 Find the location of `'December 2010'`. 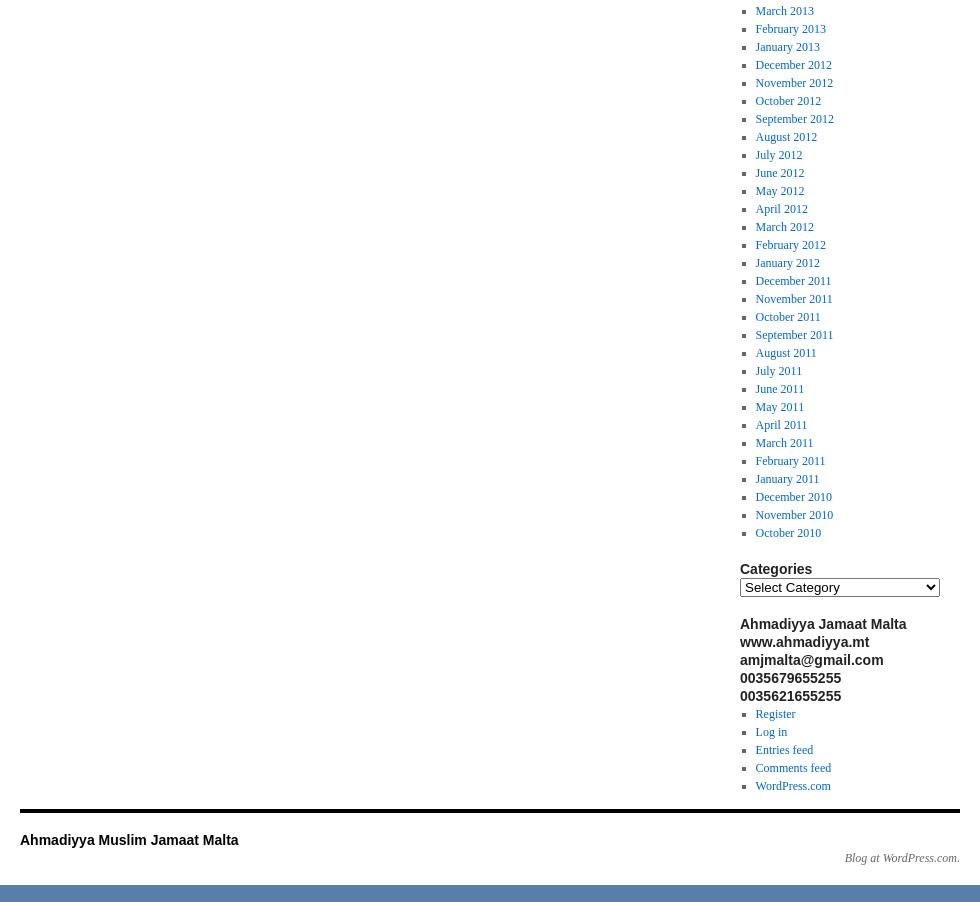

'December 2010' is located at coordinates (754, 495).